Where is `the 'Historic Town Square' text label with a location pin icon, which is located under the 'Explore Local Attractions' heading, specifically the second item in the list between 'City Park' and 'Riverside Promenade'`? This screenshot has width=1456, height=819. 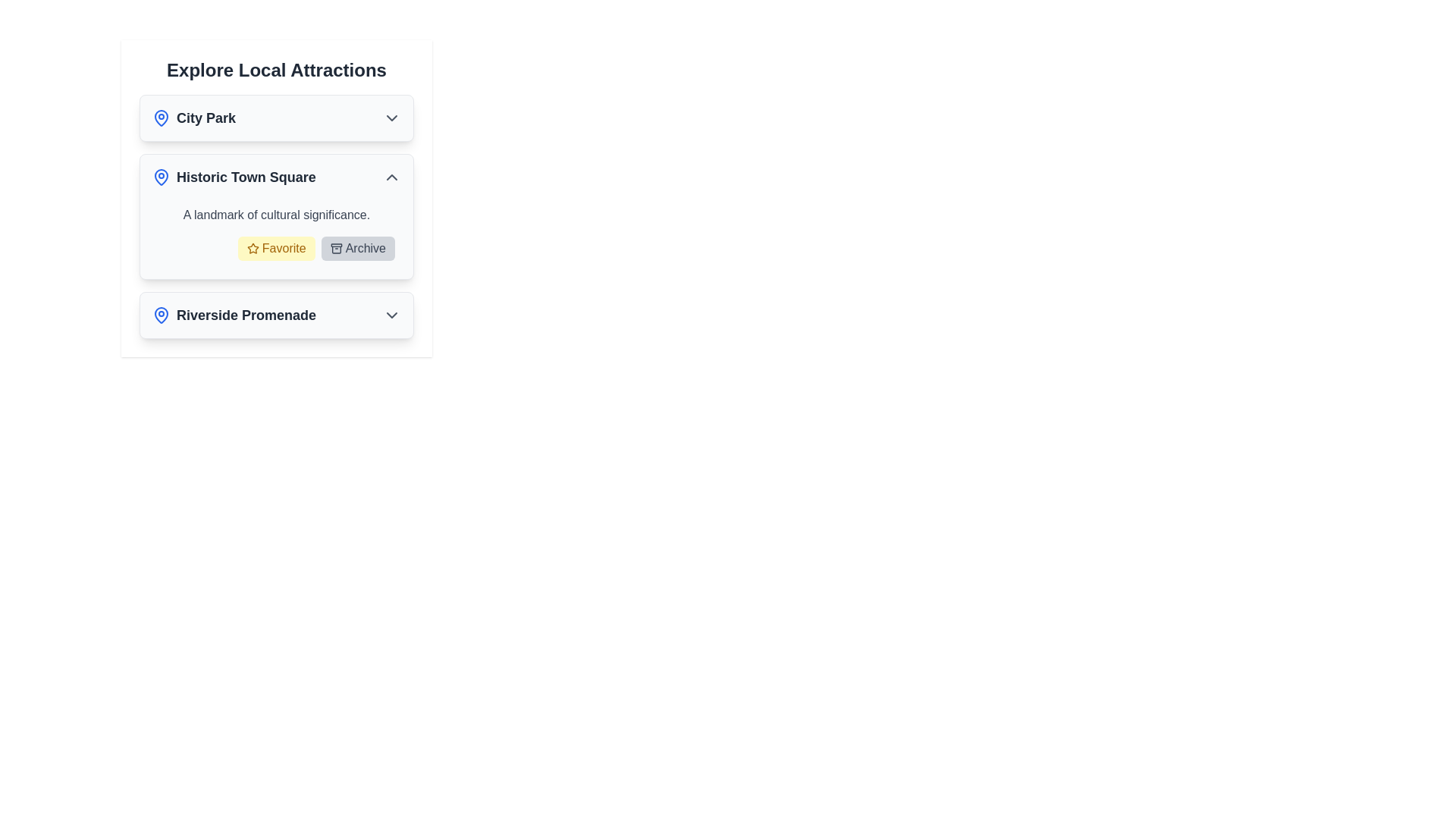 the 'Historic Town Square' text label with a location pin icon, which is located under the 'Explore Local Attractions' heading, specifically the second item in the list between 'City Park' and 'Riverside Promenade' is located at coordinates (233, 177).